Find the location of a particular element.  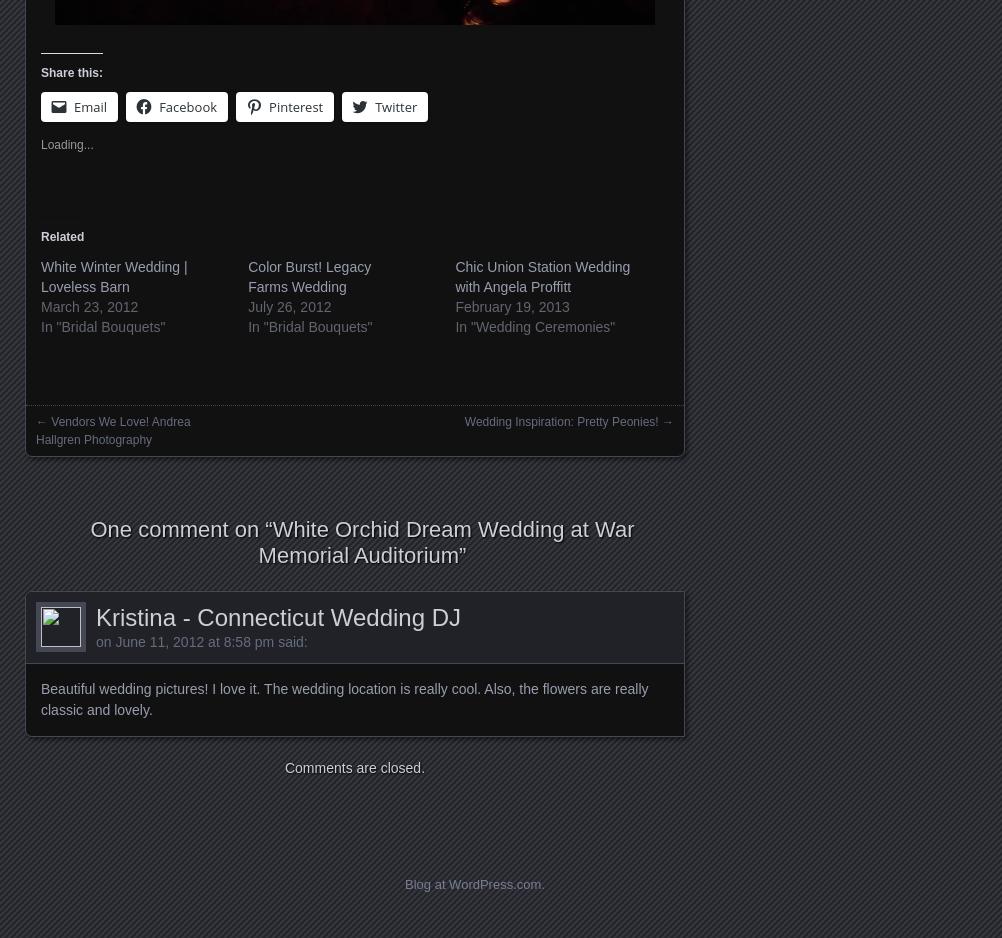

'Twitter' is located at coordinates (395, 106).